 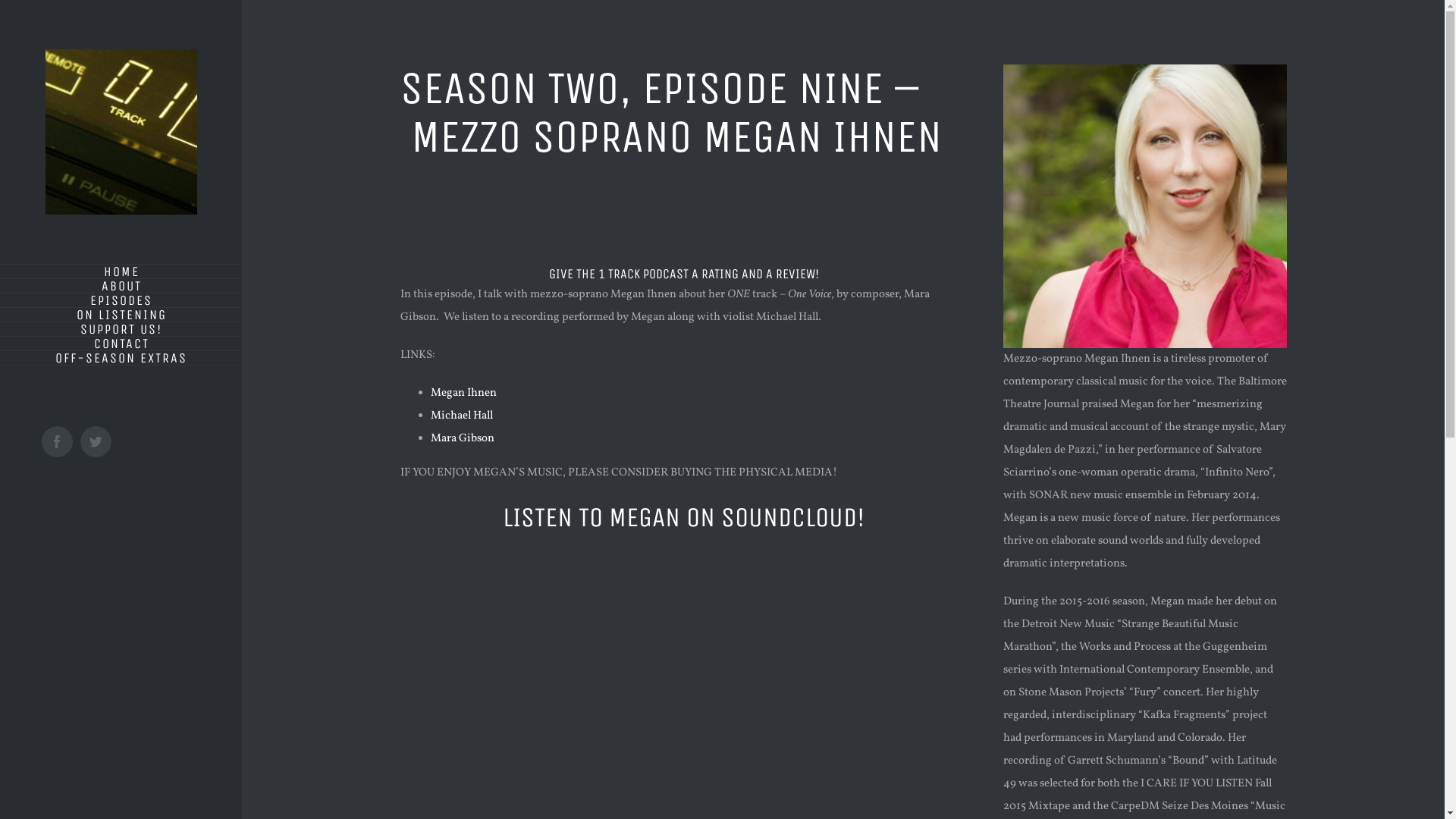 What do you see at coordinates (95, 441) in the screenshot?
I see `'Twitter'` at bounding box center [95, 441].